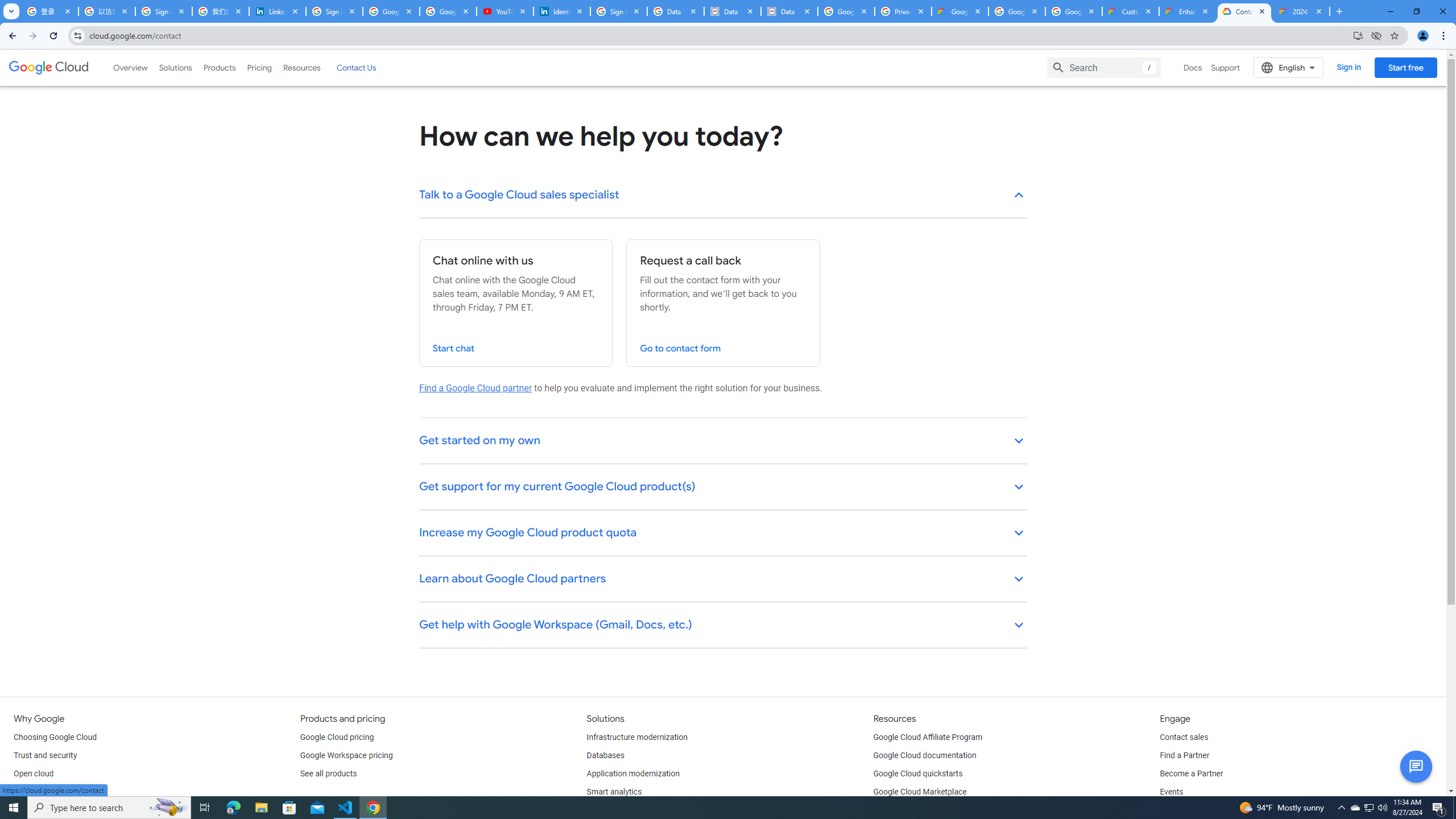 The height and width of the screenshot is (819, 1456). Describe the element at coordinates (1288, 67) in the screenshot. I see `'English'` at that location.